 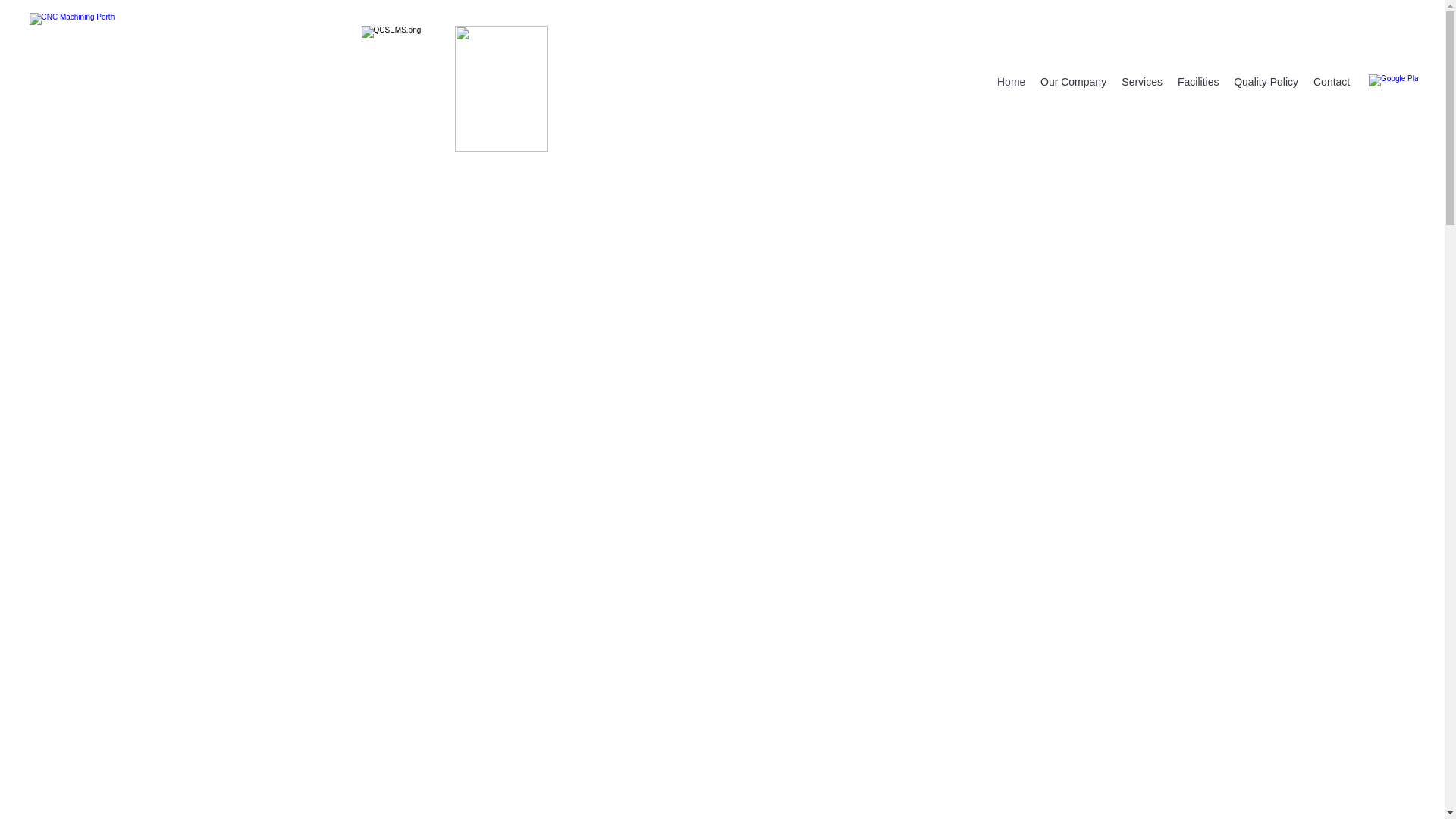 What do you see at coordinates (1169, 82) in the screenshot?
I see `'Facilities'` at bounding box center [1169, 82].